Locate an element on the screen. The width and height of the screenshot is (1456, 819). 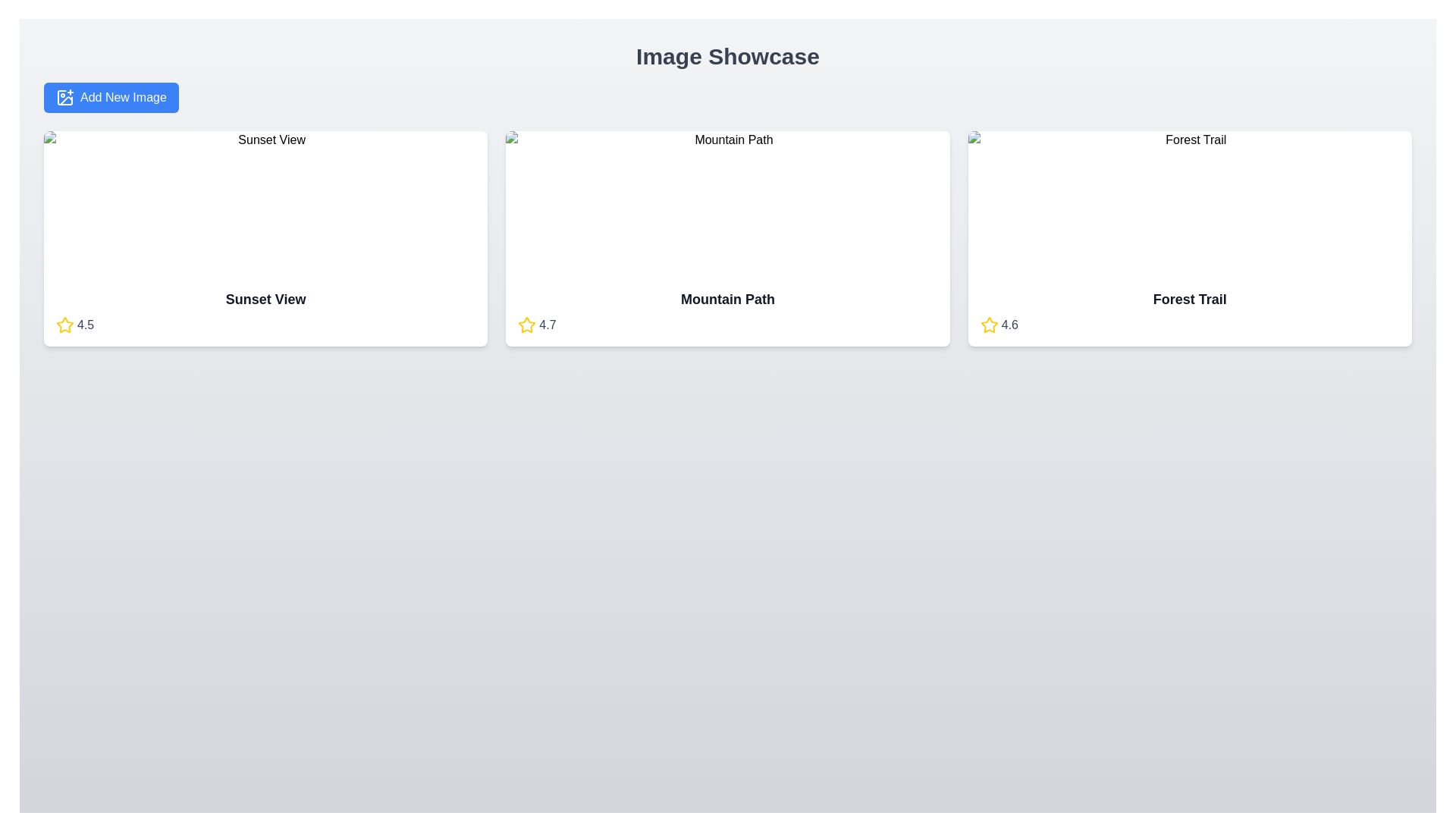
the rating icon located at the bottom-left of the 'Forest Trail' card, next to the numerical rating value '4.6' is located at coordinates (989, 324).